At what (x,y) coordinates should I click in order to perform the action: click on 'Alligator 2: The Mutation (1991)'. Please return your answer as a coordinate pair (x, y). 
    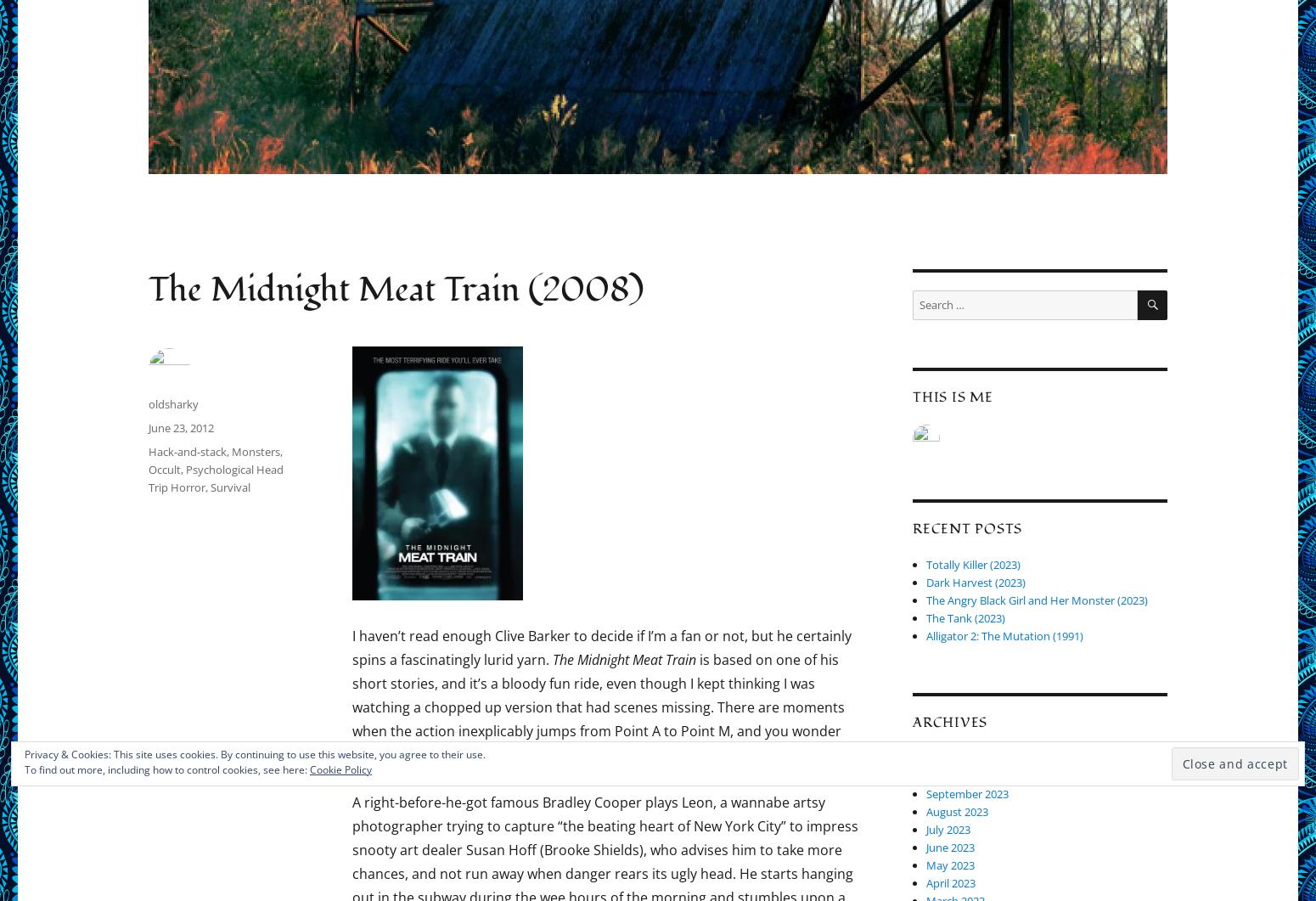
    Looking at the image, I should click on (1004, 635).